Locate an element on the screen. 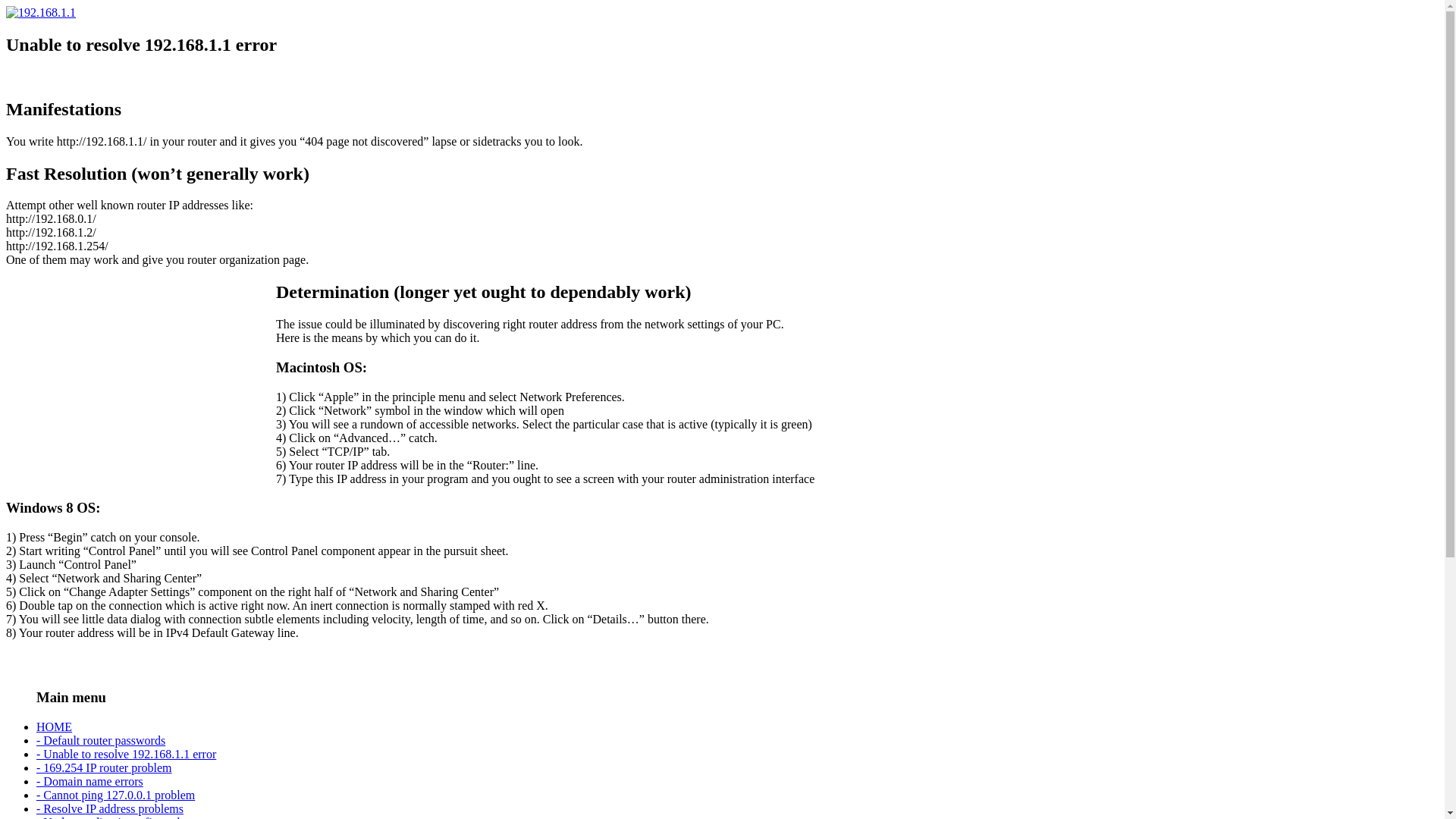  '- Resolve IP address problems' is located at coordinates (108, 808).